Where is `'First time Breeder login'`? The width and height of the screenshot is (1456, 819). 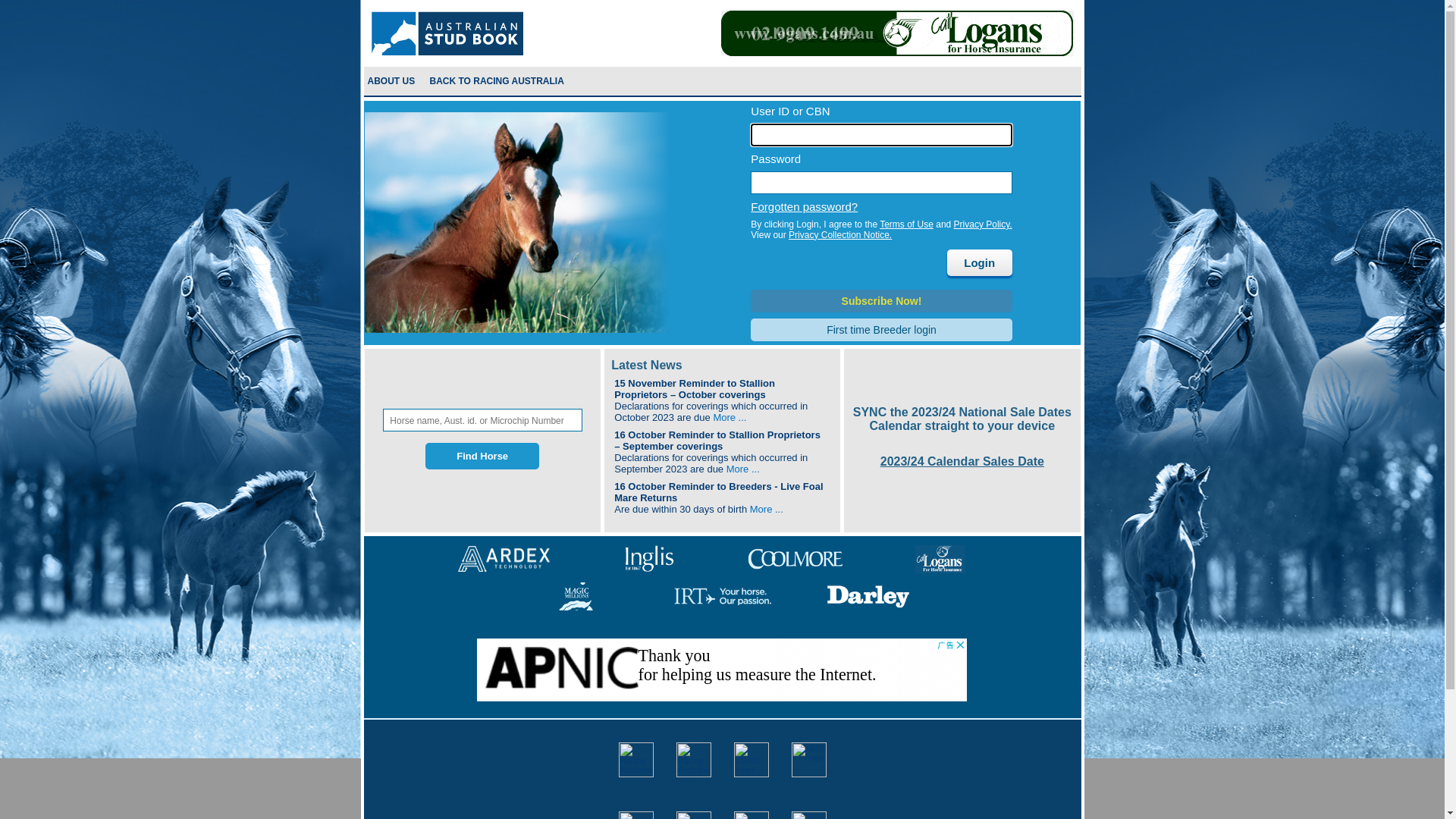
'First time Breeder login' is located at coordinates (880, 329).